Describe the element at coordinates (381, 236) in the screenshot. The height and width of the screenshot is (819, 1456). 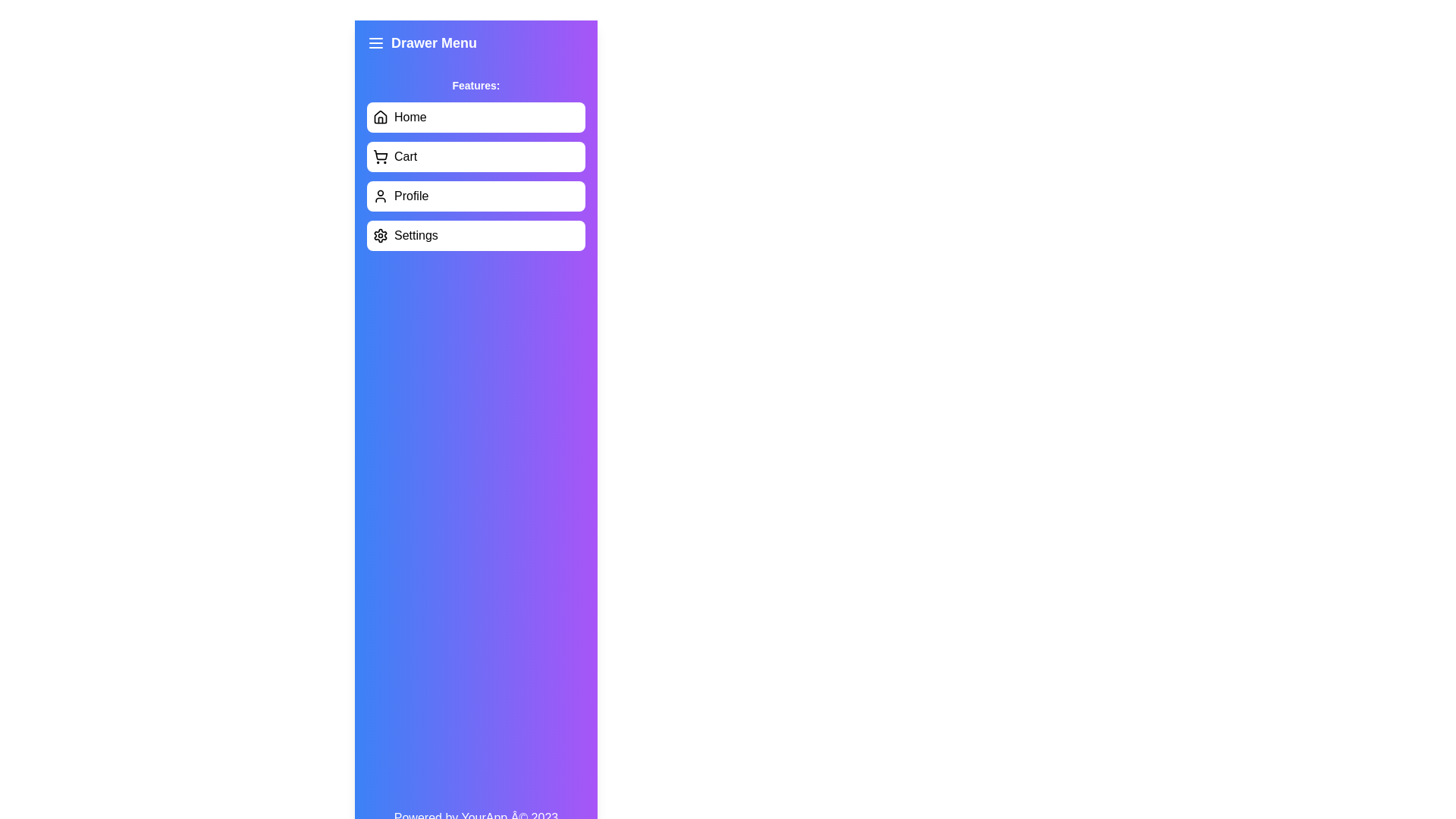
I see `the gear-like Settings icon within the drawer menu` at that location.